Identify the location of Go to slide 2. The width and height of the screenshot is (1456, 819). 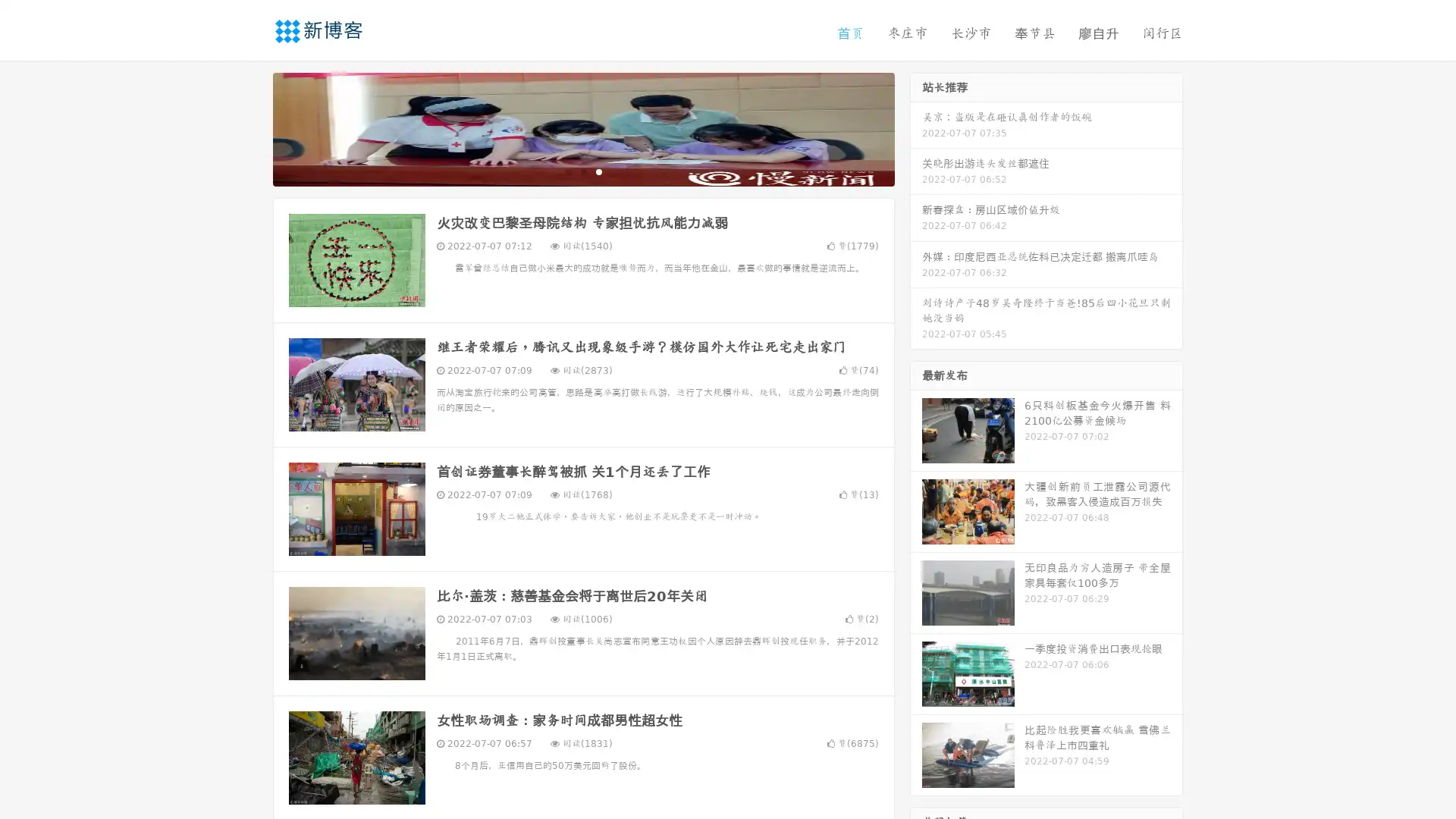
(582, 171).